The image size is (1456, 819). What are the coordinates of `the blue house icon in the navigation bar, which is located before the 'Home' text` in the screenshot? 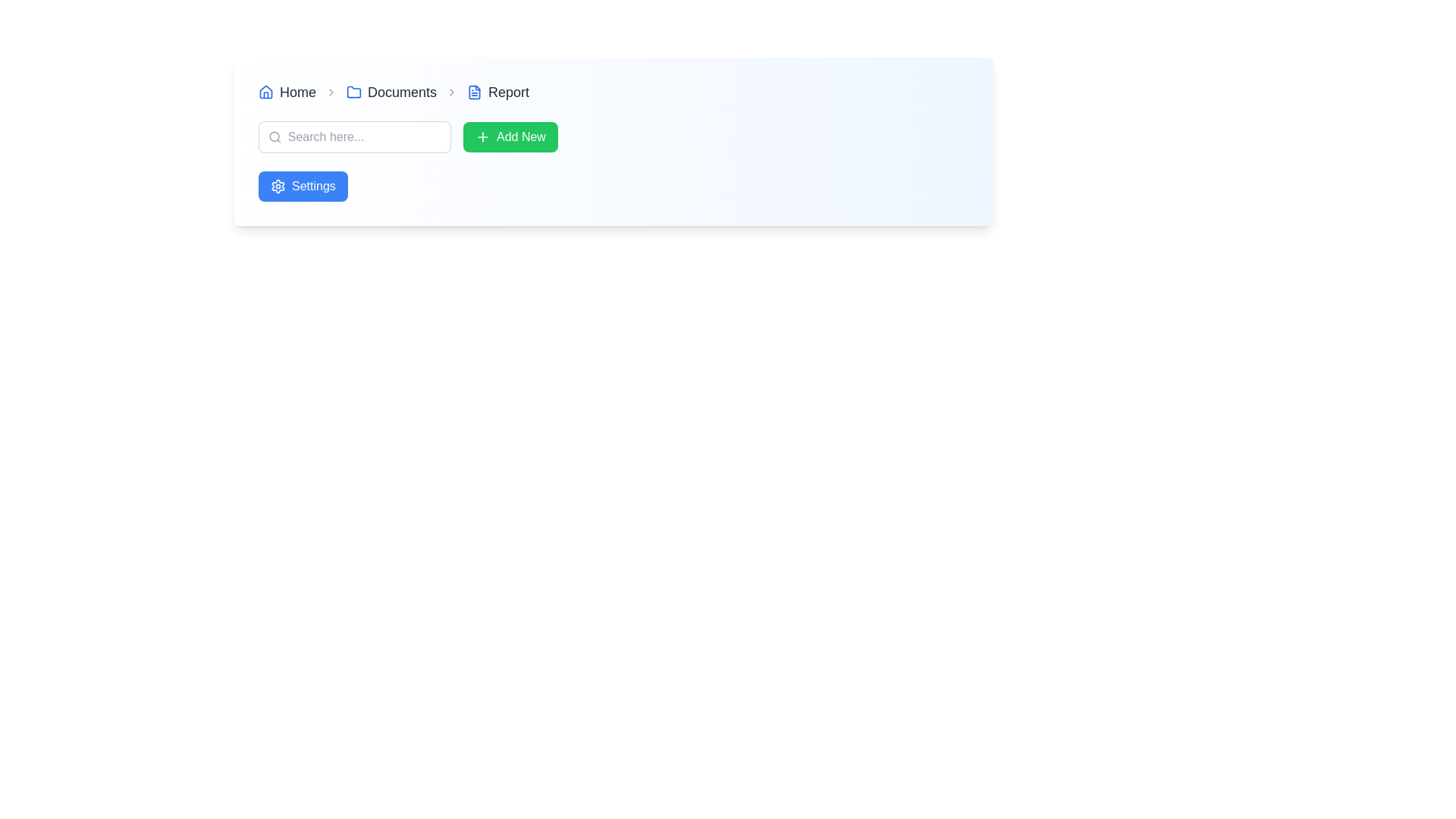 It's located at (265, 93).